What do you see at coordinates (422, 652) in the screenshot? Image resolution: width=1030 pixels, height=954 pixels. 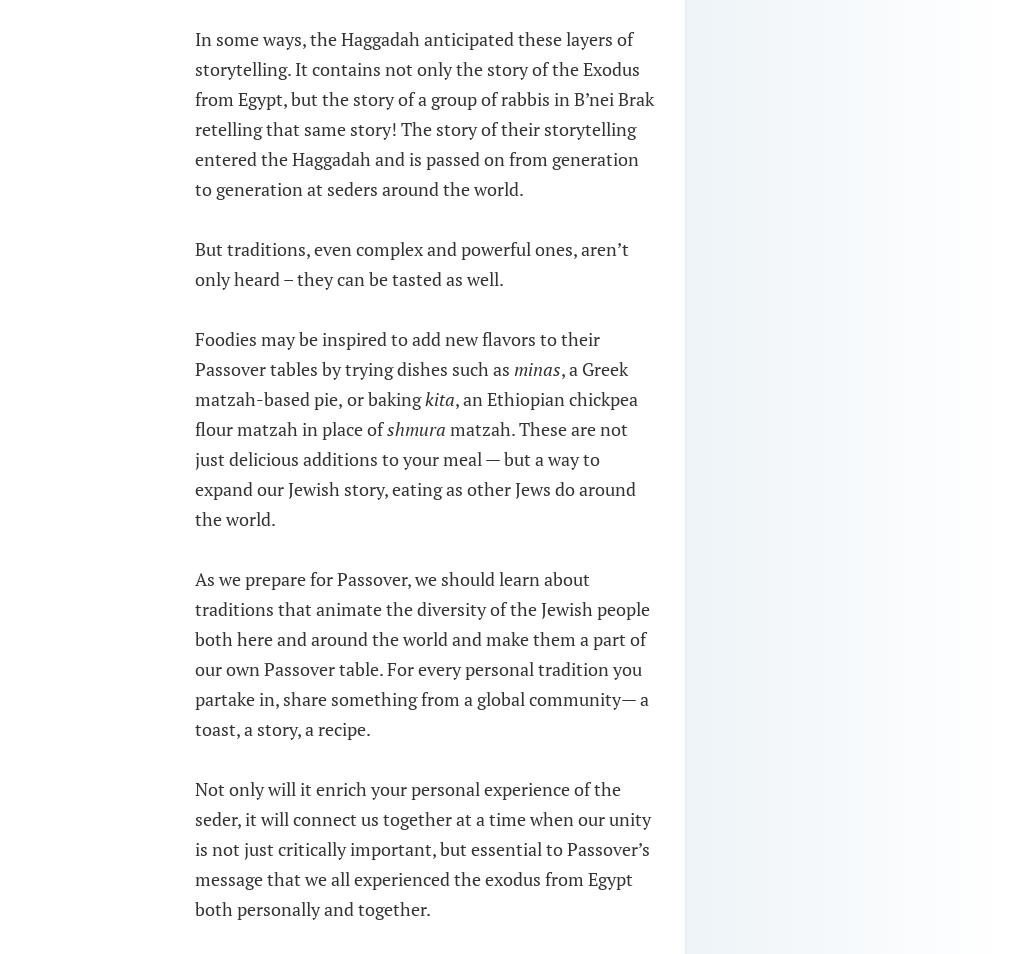 I see `'As we prepare for Passover, we should learn about traditions that animate the diversity of the Jewish people both here and around the world and make them a part of our own Passover table. For every personal tradition you partake in, share something from a global community— a toast, a story, a recipe.'` at bounding box center [422, 652].